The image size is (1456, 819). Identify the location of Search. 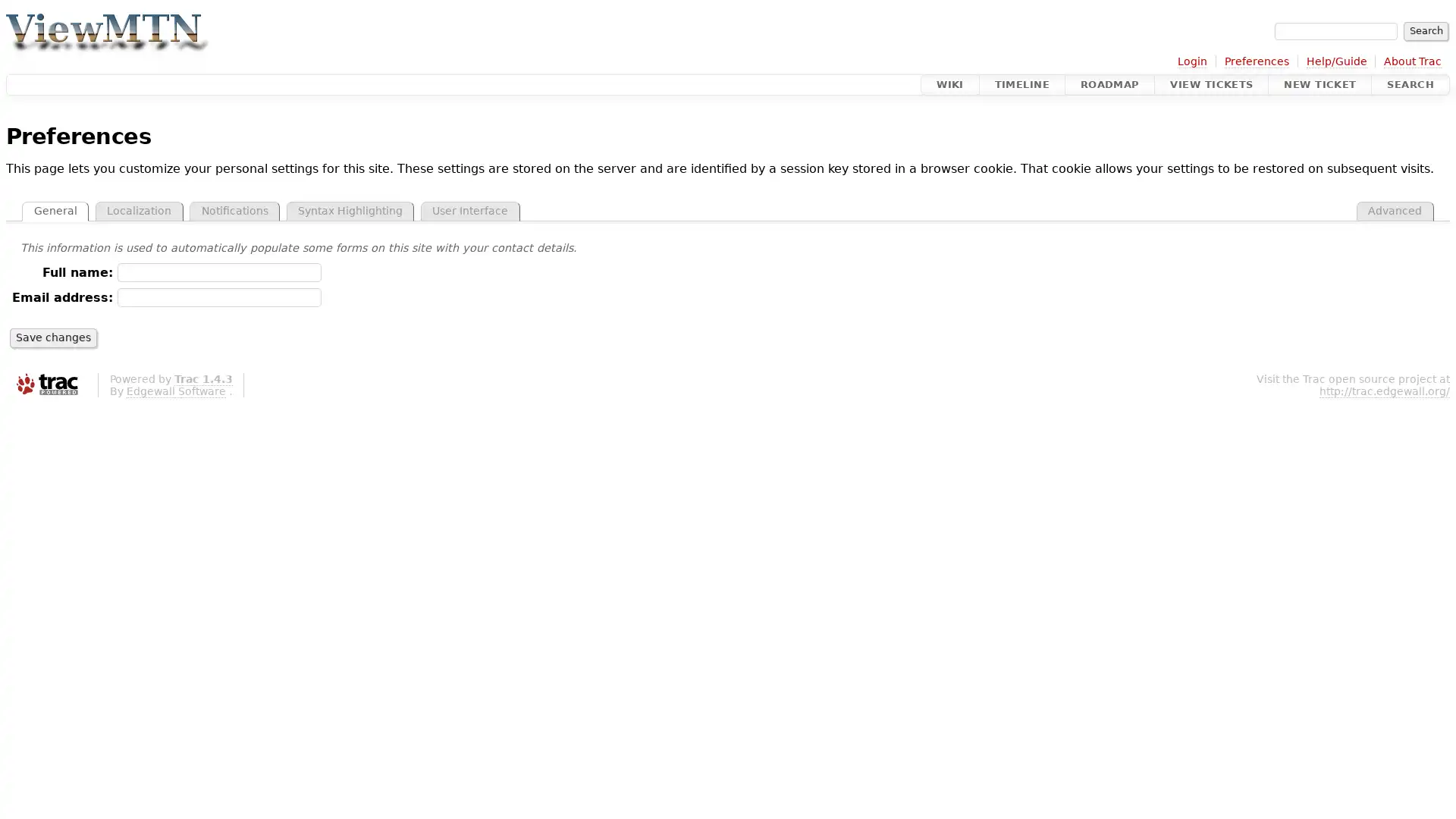
(1425, 31).